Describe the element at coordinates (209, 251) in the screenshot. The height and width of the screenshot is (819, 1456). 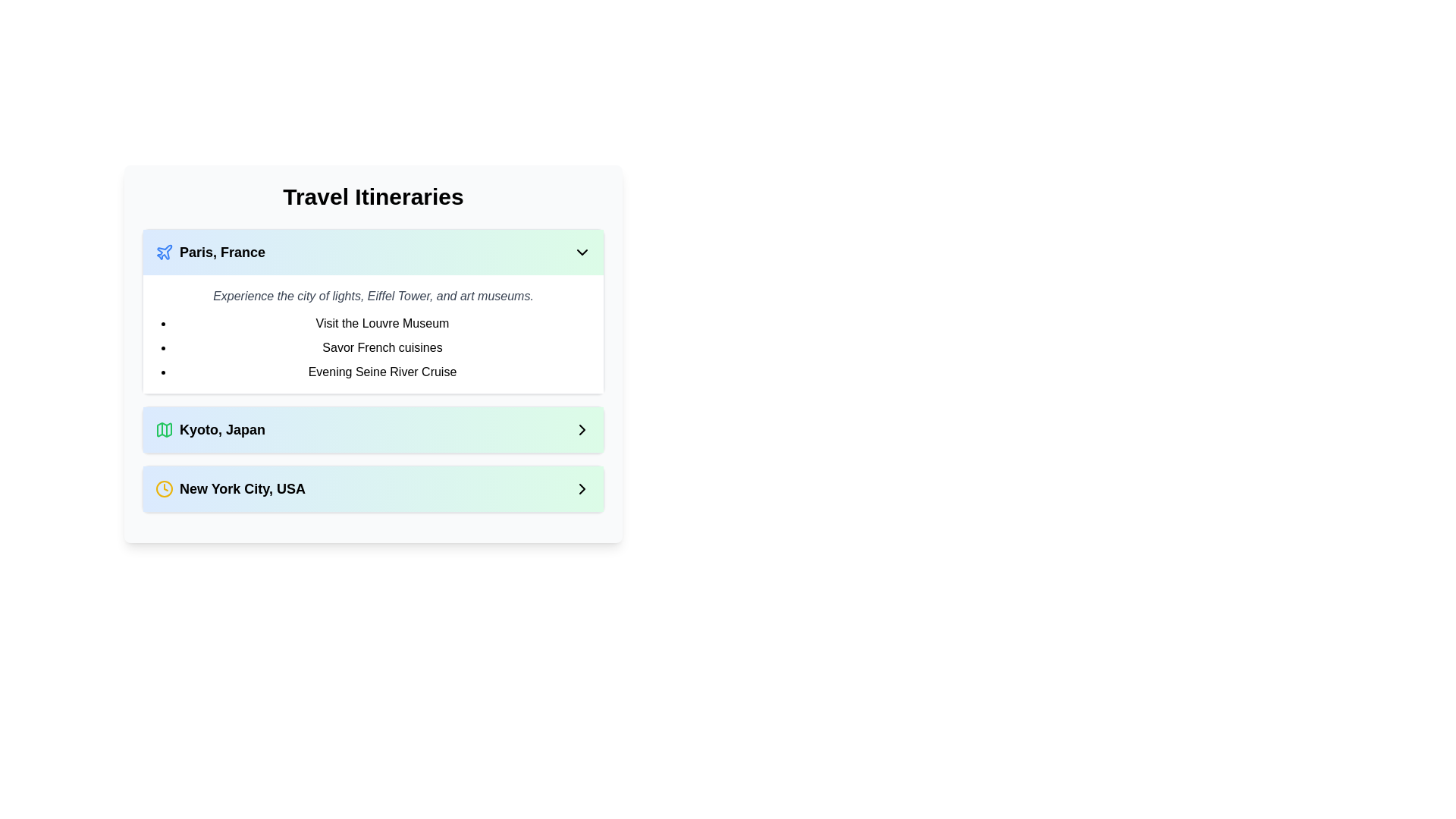
I see `the title or label with icon indicating 'Paris, France' in the top-left section of the itinerary card header` at that location.